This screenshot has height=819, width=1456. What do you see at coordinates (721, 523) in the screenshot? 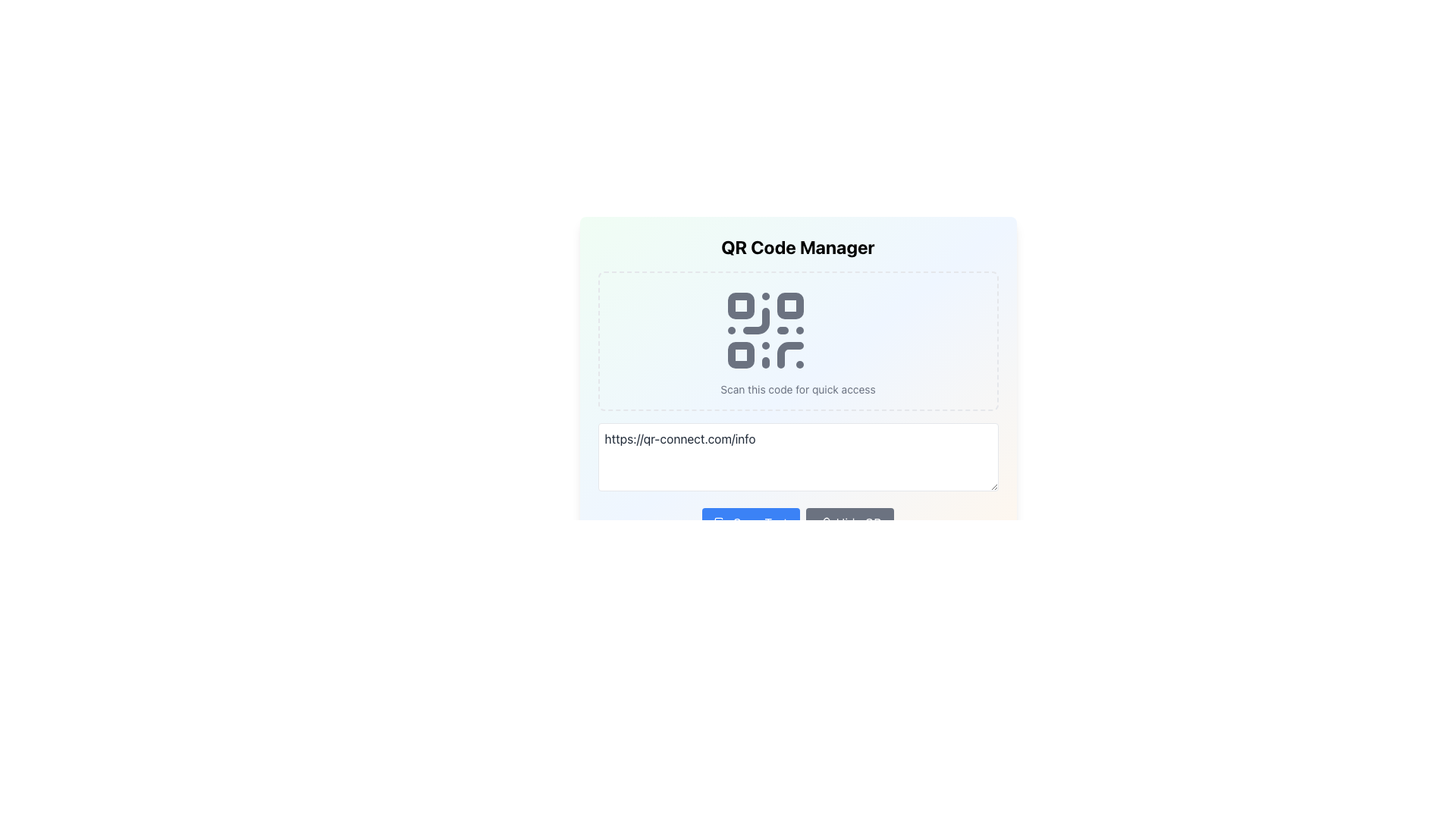
I see `the visual changes of the small rounded square graphical icon element within the SVG structure by hovering over it` at bounding box center [721, 523].